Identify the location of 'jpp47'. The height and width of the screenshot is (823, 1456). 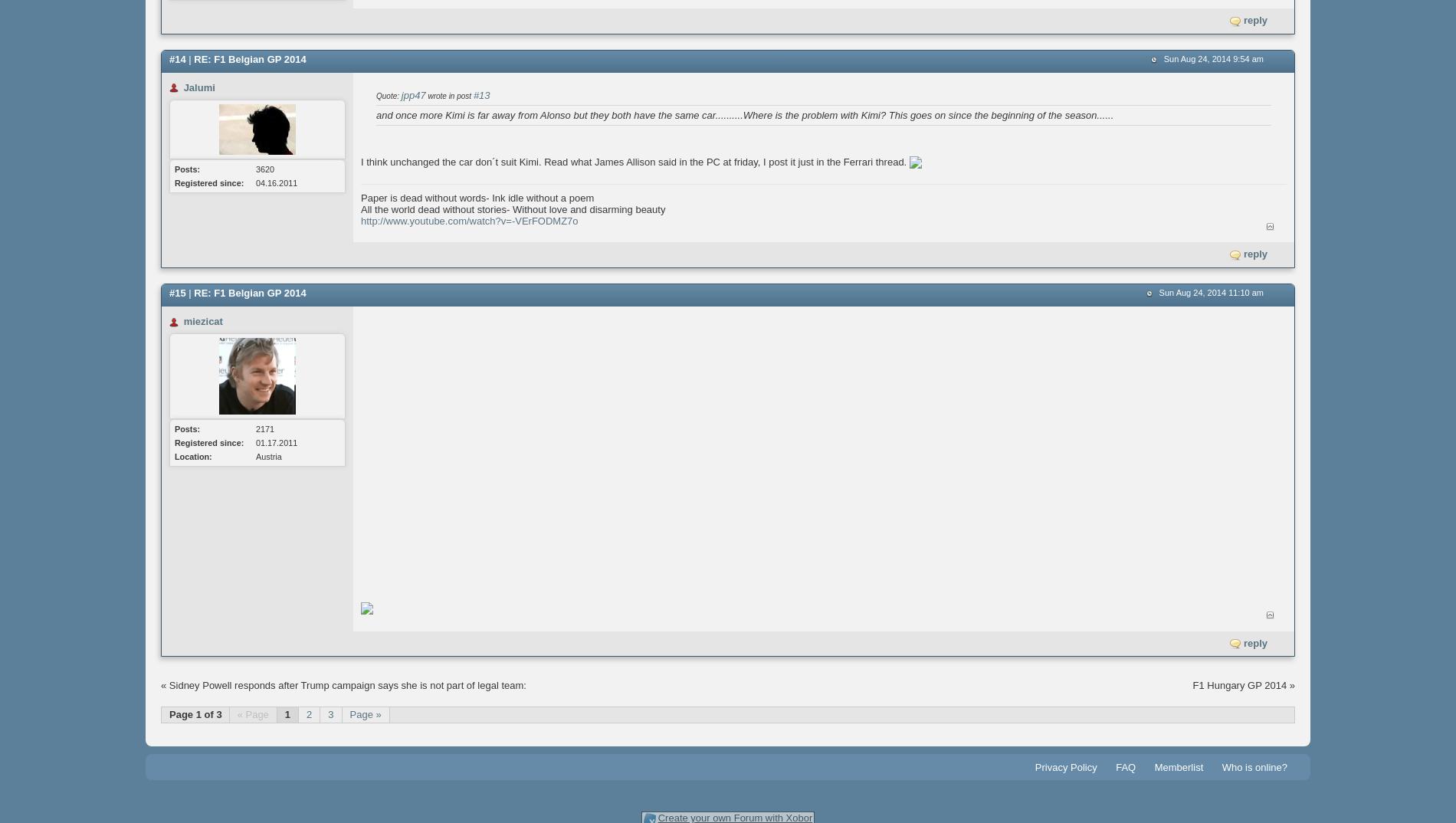
(413, 93).